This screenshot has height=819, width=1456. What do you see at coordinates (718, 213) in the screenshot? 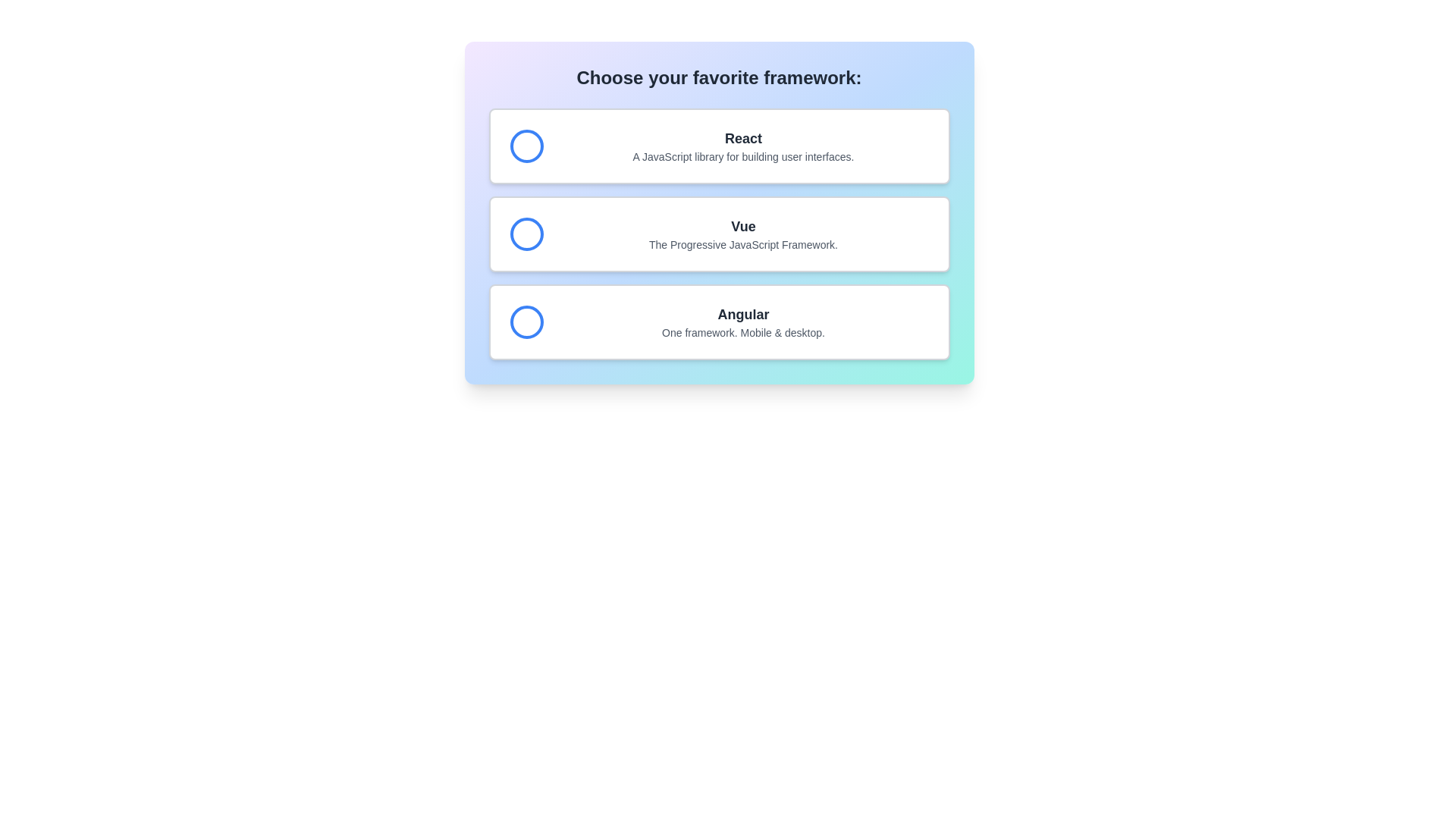
I see `the interactive card option for 'Vue', the middle choice in a vertical stack of three options` at bounding box center [718, 213].